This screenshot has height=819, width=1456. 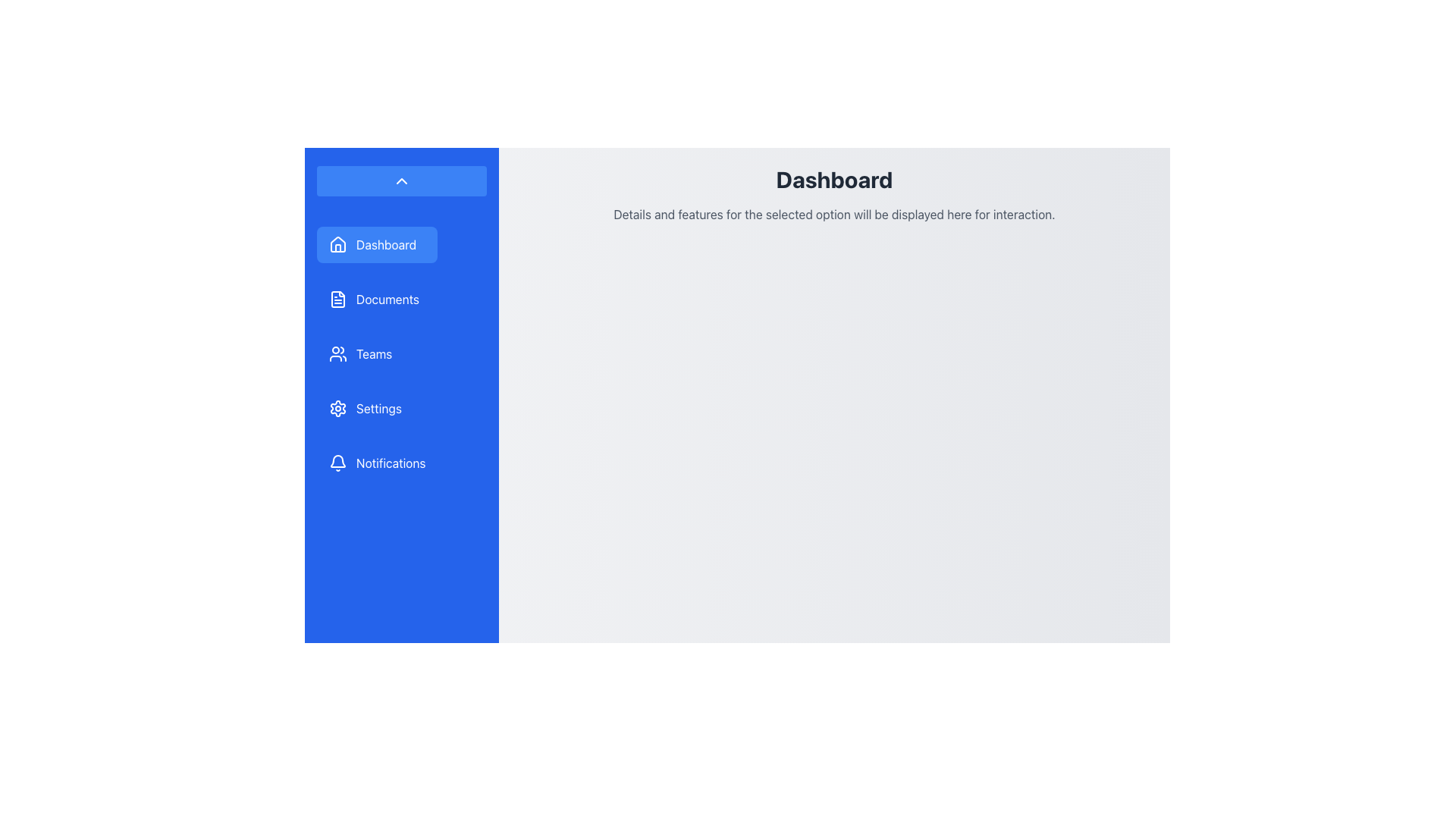 What do you see at coordinates (377, 408) in the screenshot?
I see `the fourth menu item button in the vertical sidebar` at bounding box center [377, 408].